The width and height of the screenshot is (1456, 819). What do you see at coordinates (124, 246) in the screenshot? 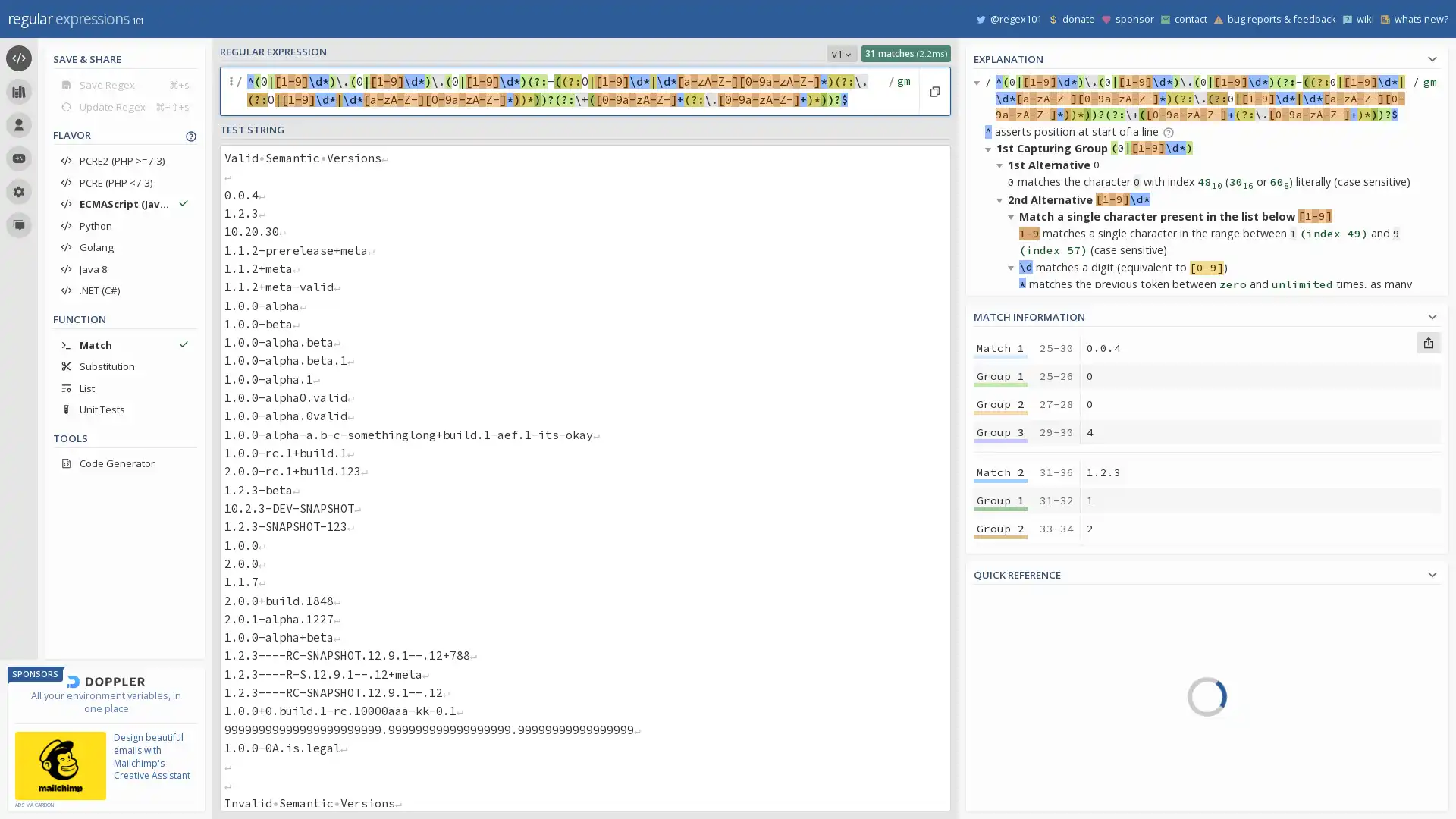
I see `Golang` at bounding box center [124, 246].